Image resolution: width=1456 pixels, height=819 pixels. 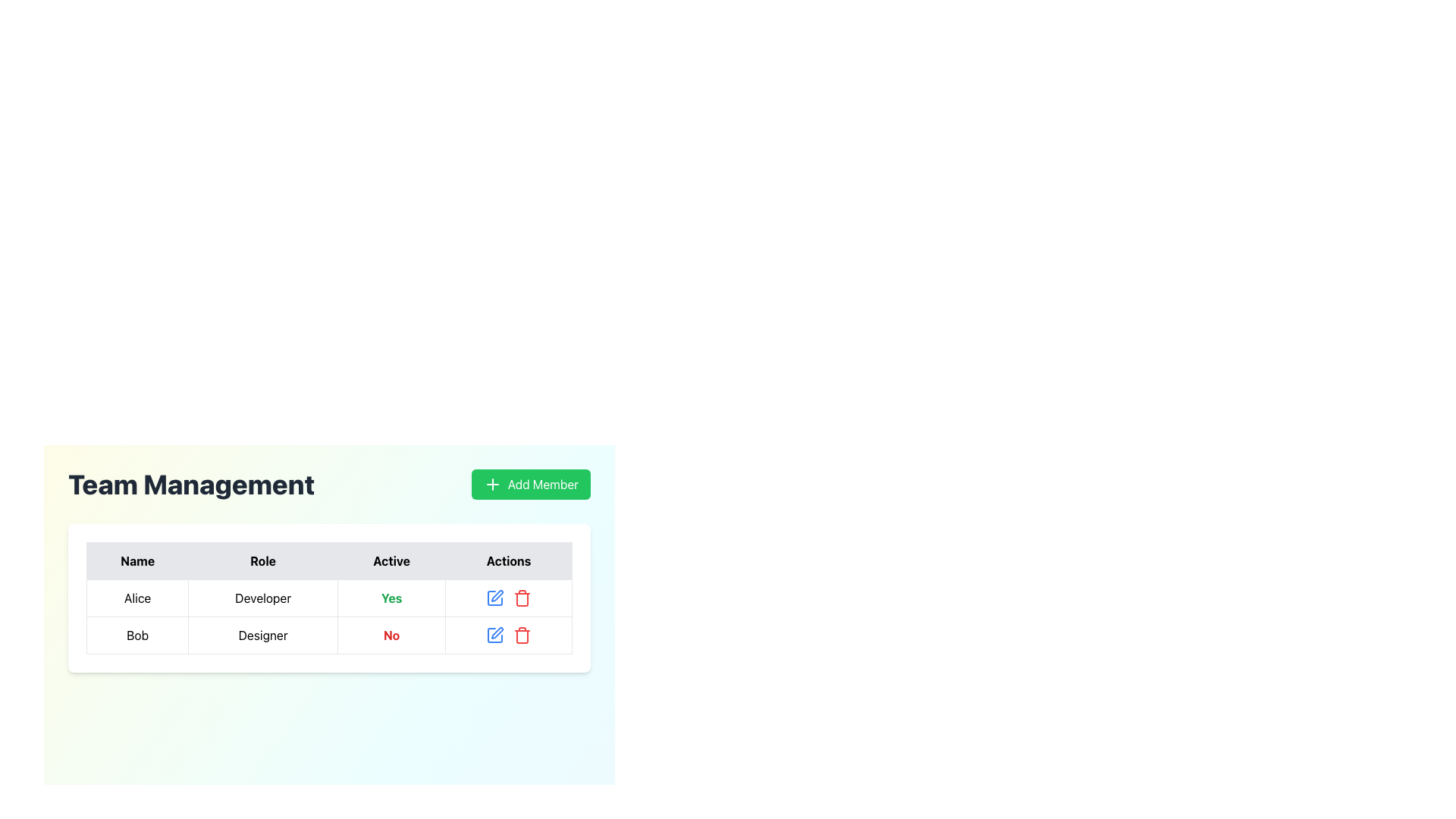 What do you see at coordinates (497, 595) in the screenshot?
I see `the 'Edit' button located in the 'Actions' column of the row labeled 'Alice'` at bounding box center [497, 595].